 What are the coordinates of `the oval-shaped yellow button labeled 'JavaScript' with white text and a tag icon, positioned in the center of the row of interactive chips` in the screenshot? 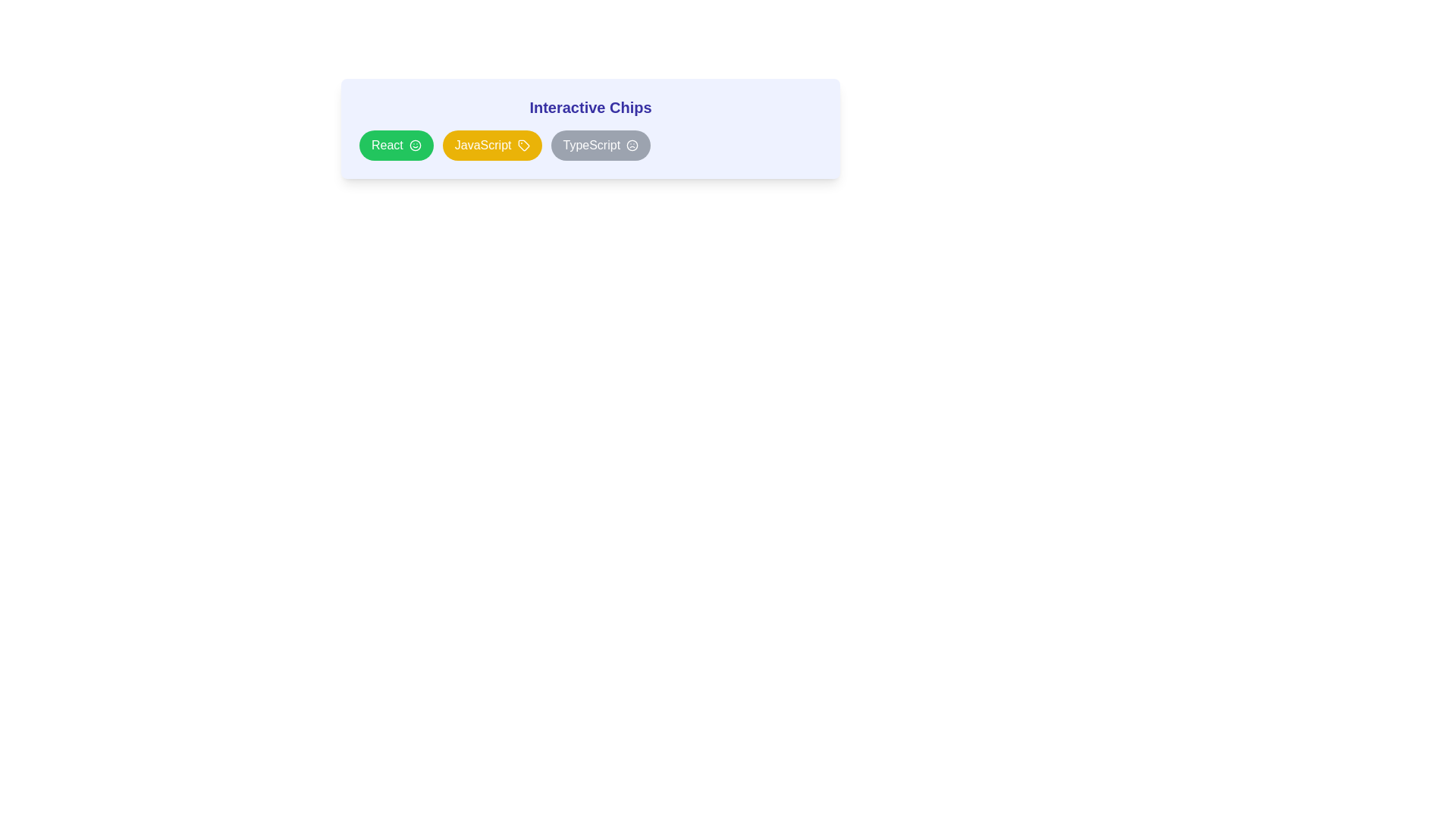 It's located at (491, 146).